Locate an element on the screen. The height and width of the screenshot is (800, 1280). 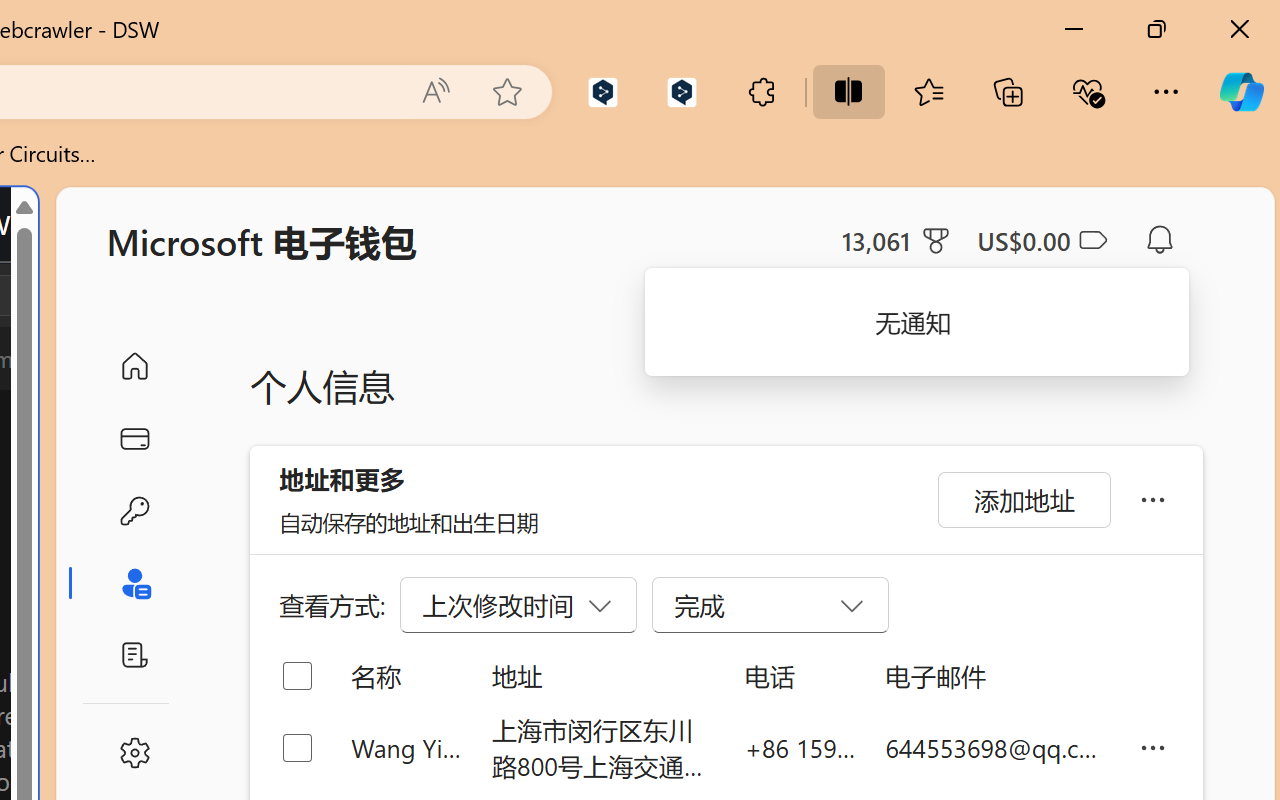
'+86 159 0032 4640' is located at coordinates (800, 747).